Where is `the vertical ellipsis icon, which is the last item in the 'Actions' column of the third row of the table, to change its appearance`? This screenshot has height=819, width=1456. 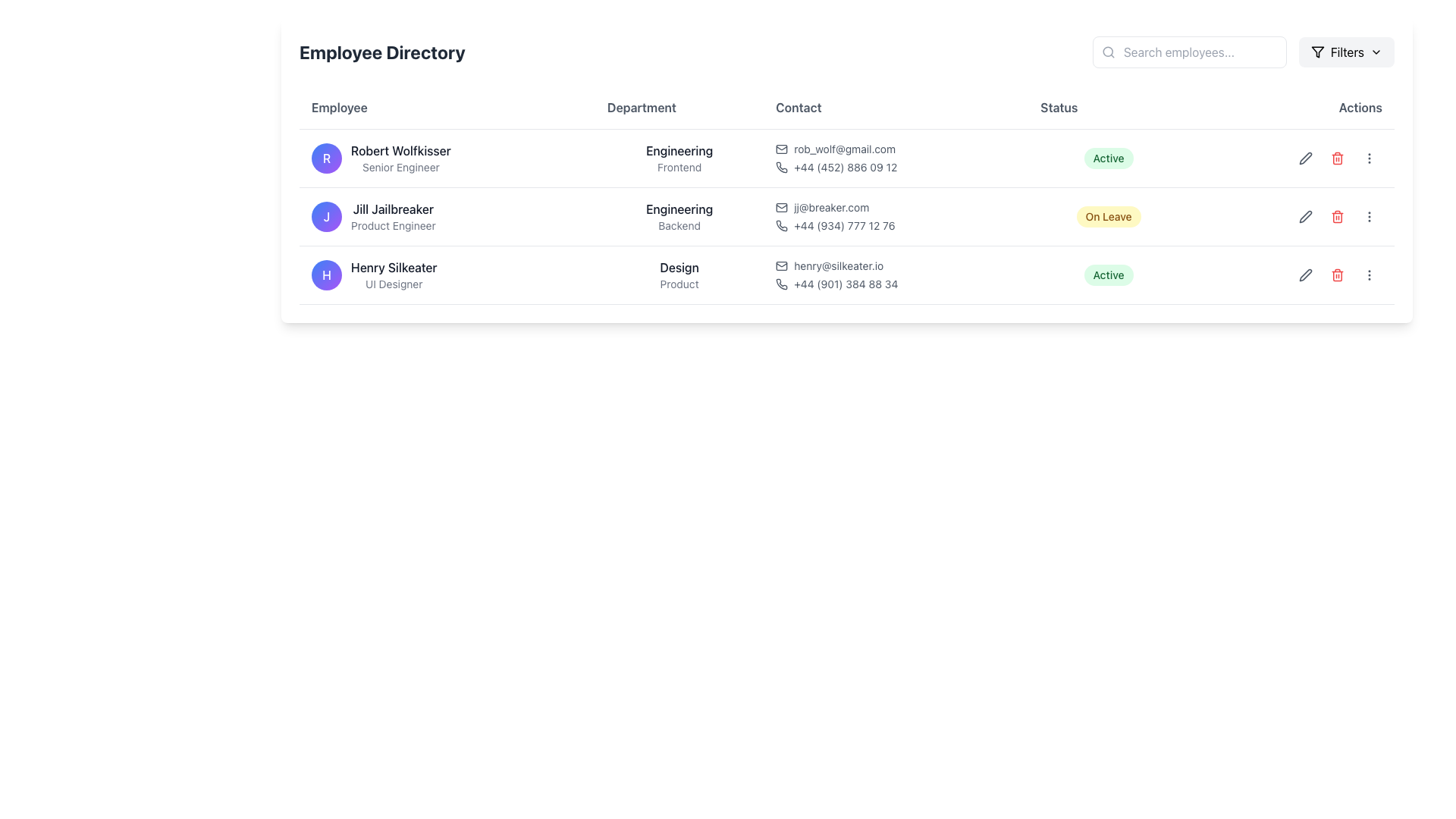
the vertical ellipsis icon, which is the last item in the 'Actions' column of the third row of the table, to change its appearance is located at coordinates (1369, 275).